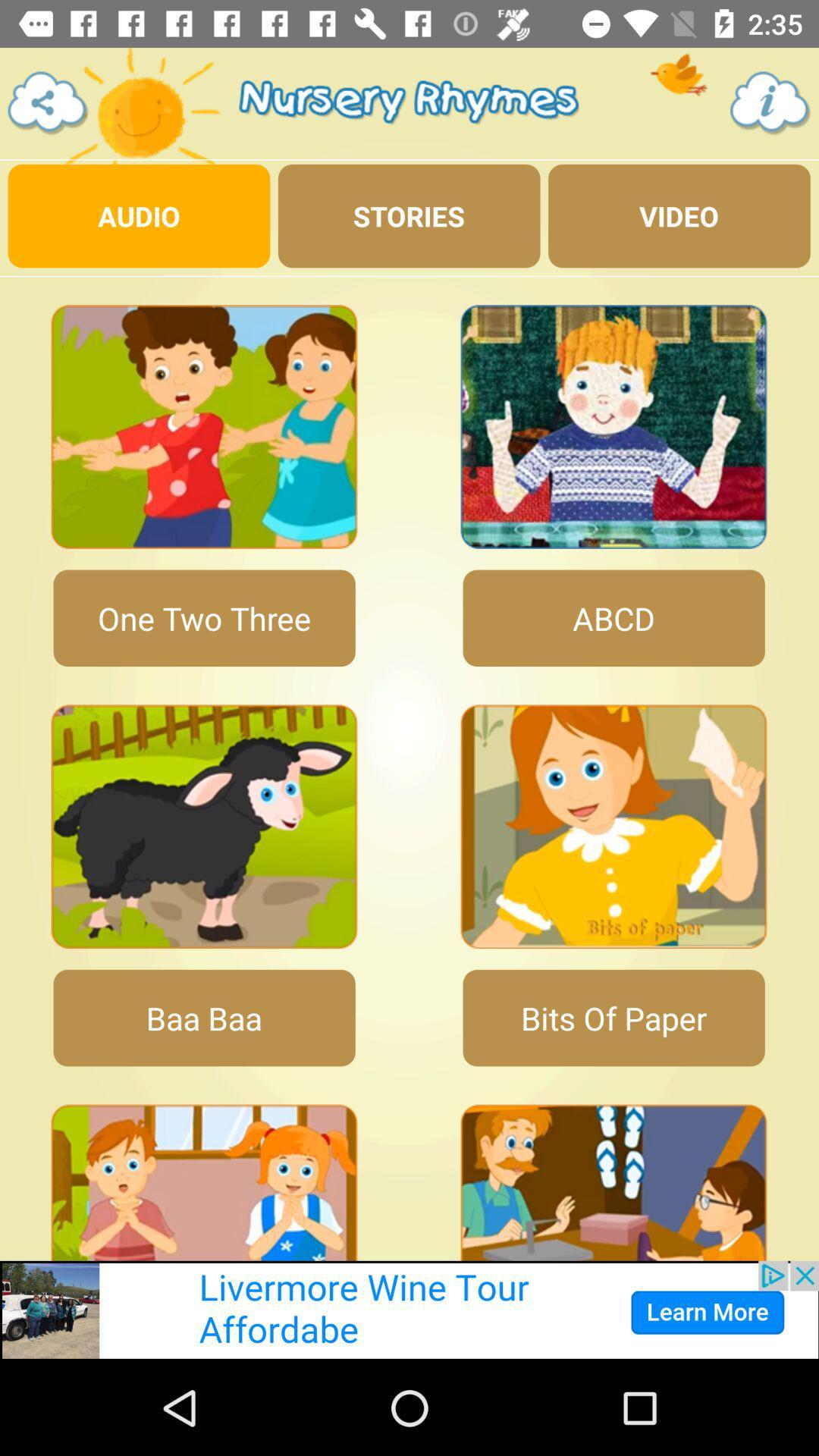 Image resolution: width=819 pixels, height=1456 pixels. I want to click on share, so click(47, 102).